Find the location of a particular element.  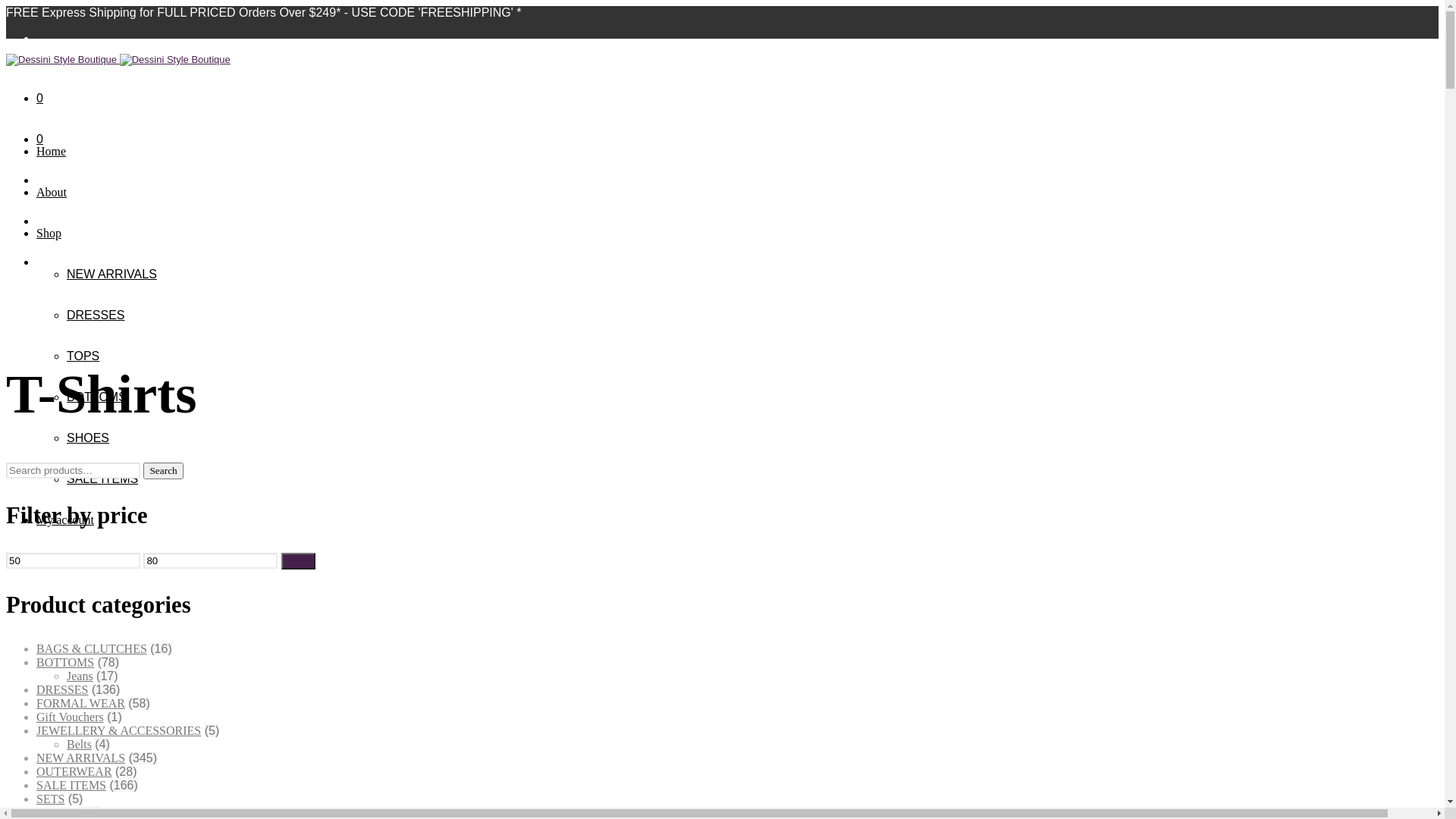

'Gift Vouchers' is located at coordinates (69, 717).